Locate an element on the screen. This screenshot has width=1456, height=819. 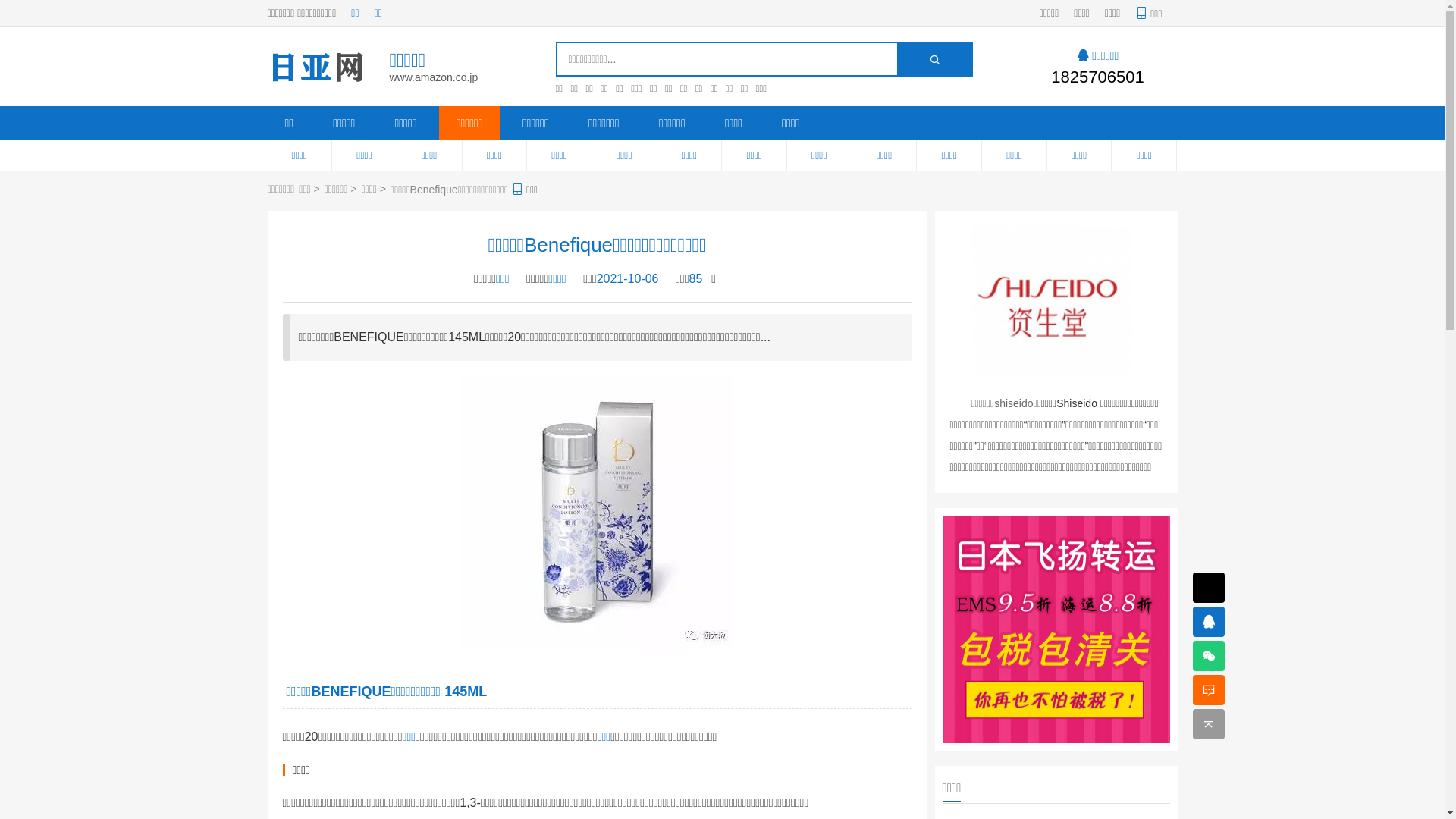
'2021-10-06' is located at coordinates (596, 278).